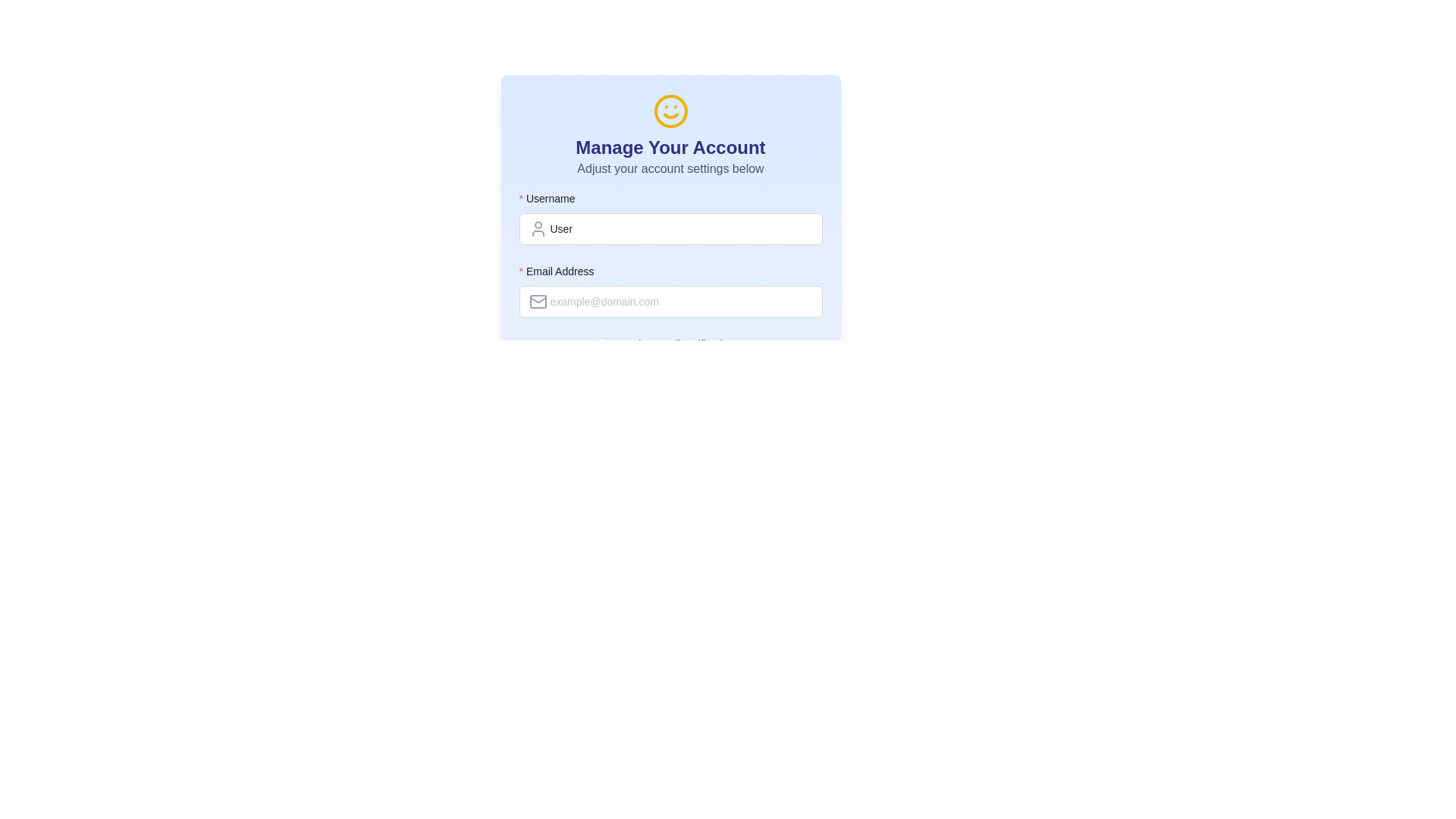  I want to click on the diagonal line element of the email icon, which is part of the SVG depicting an envelope and is styled with a gray stroke, located near the email address input field, so click(538, 300).